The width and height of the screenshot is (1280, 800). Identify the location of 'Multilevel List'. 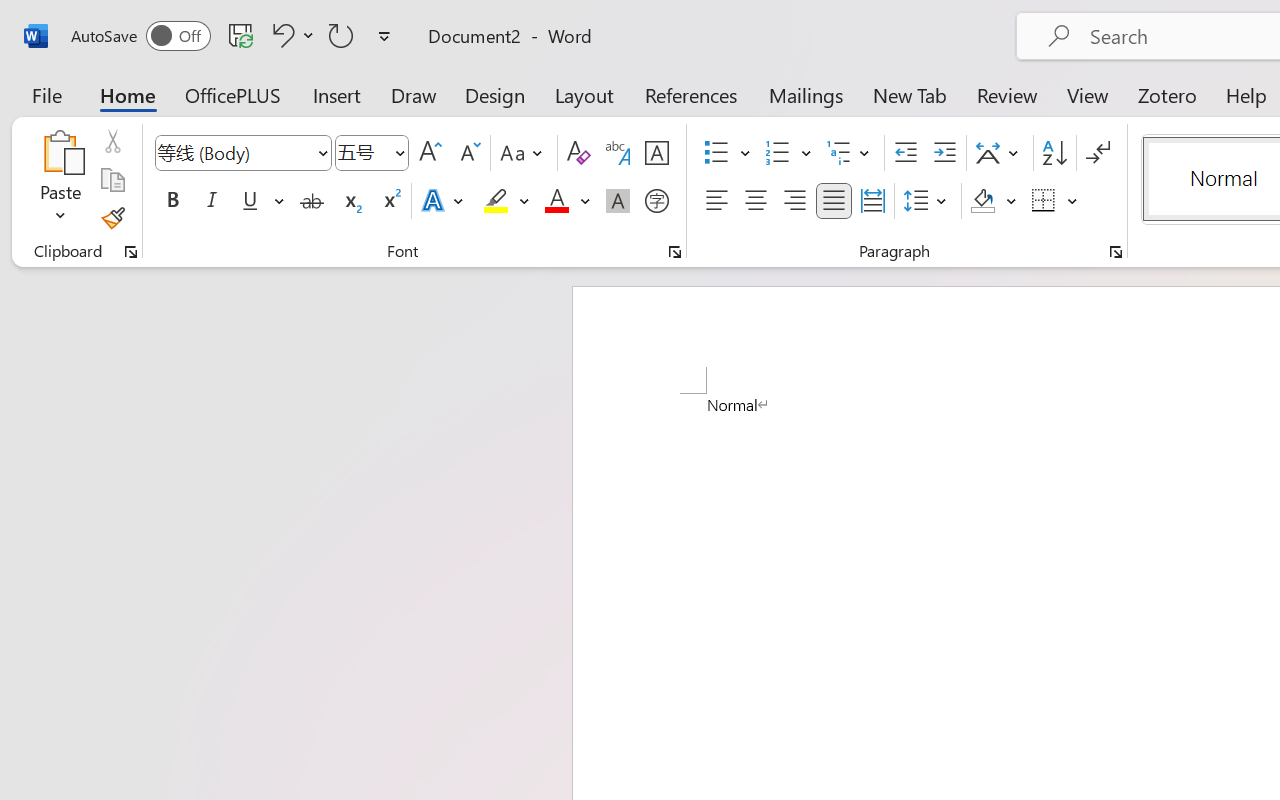
(850, 153).